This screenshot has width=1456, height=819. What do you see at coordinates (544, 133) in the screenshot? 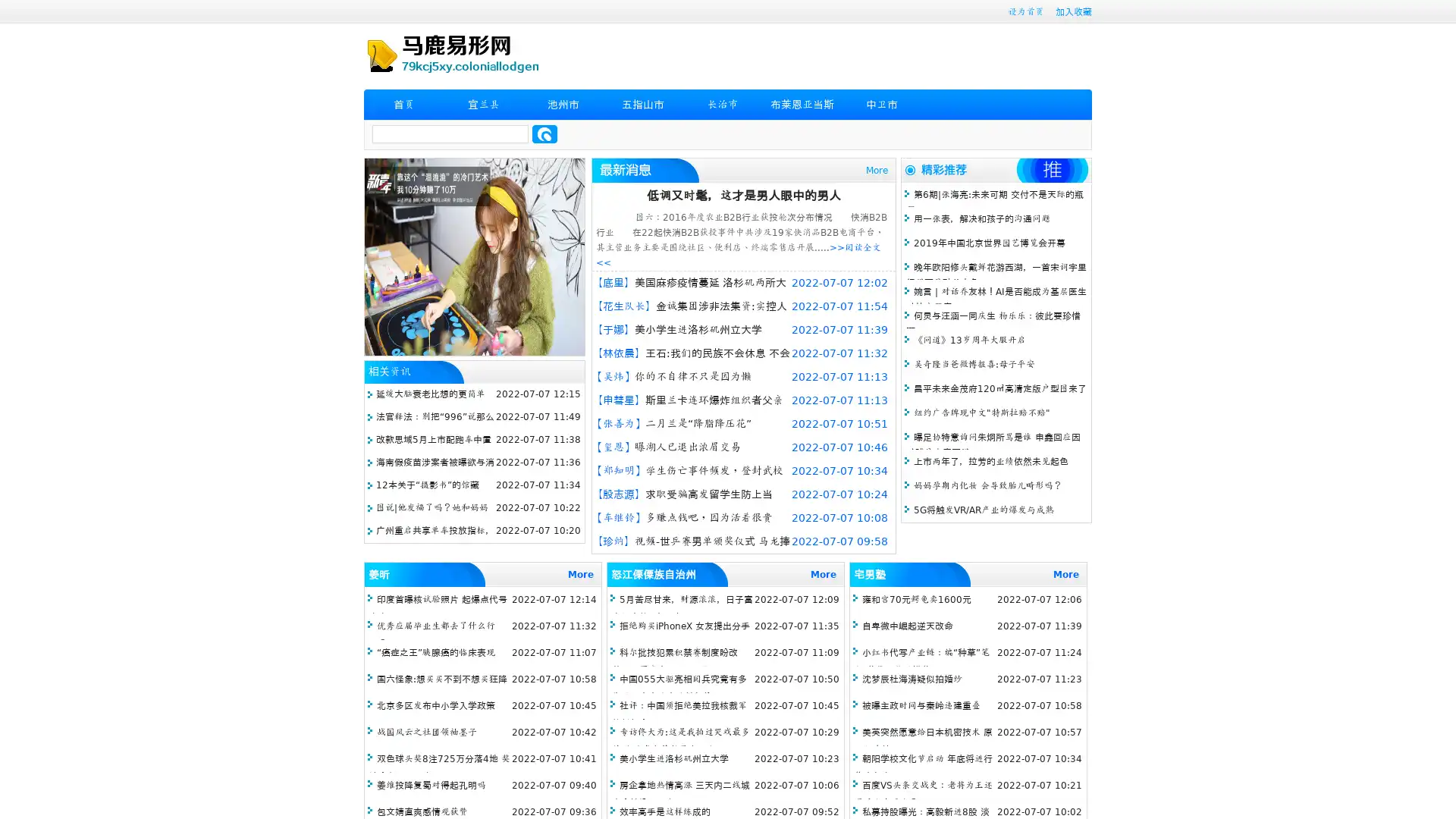
I see `Search` at bounding box center [544, 133].